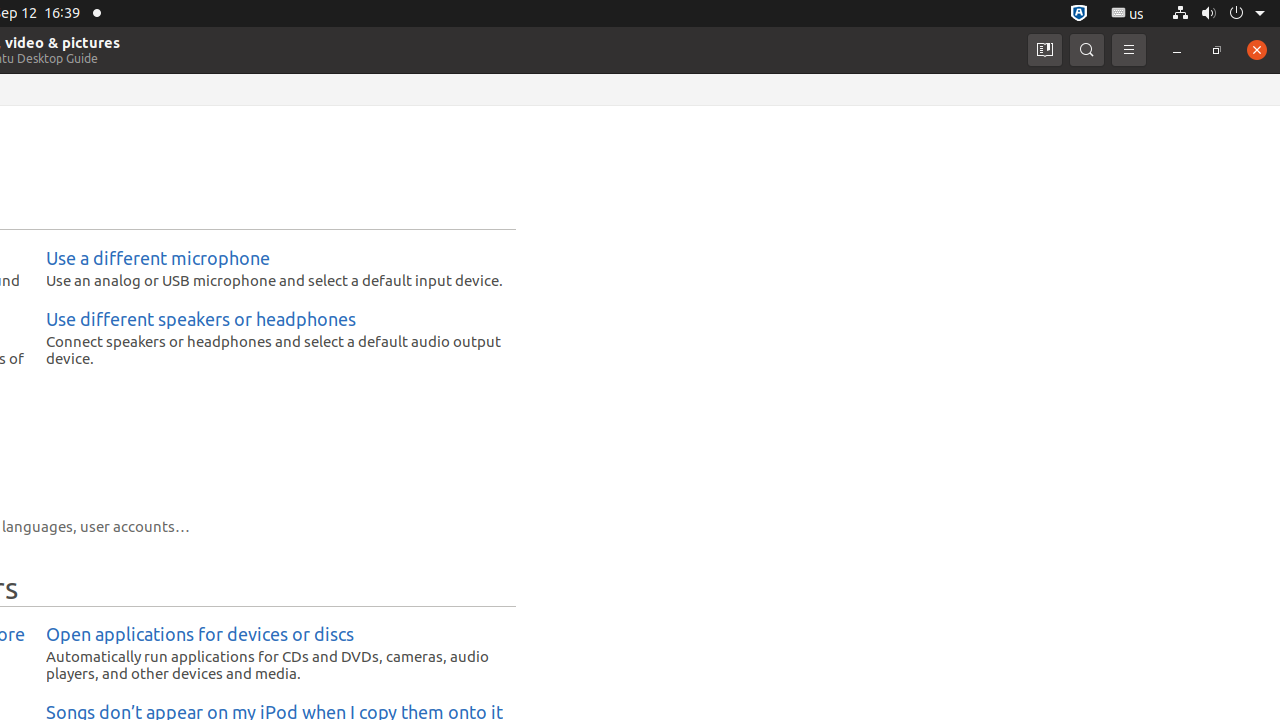 The width and height of the screenshot is (1280, 720). What do you see at coordinates (1255, 48) in the screenshot?
I see `'Close'` at bounding box center [1255, 48].